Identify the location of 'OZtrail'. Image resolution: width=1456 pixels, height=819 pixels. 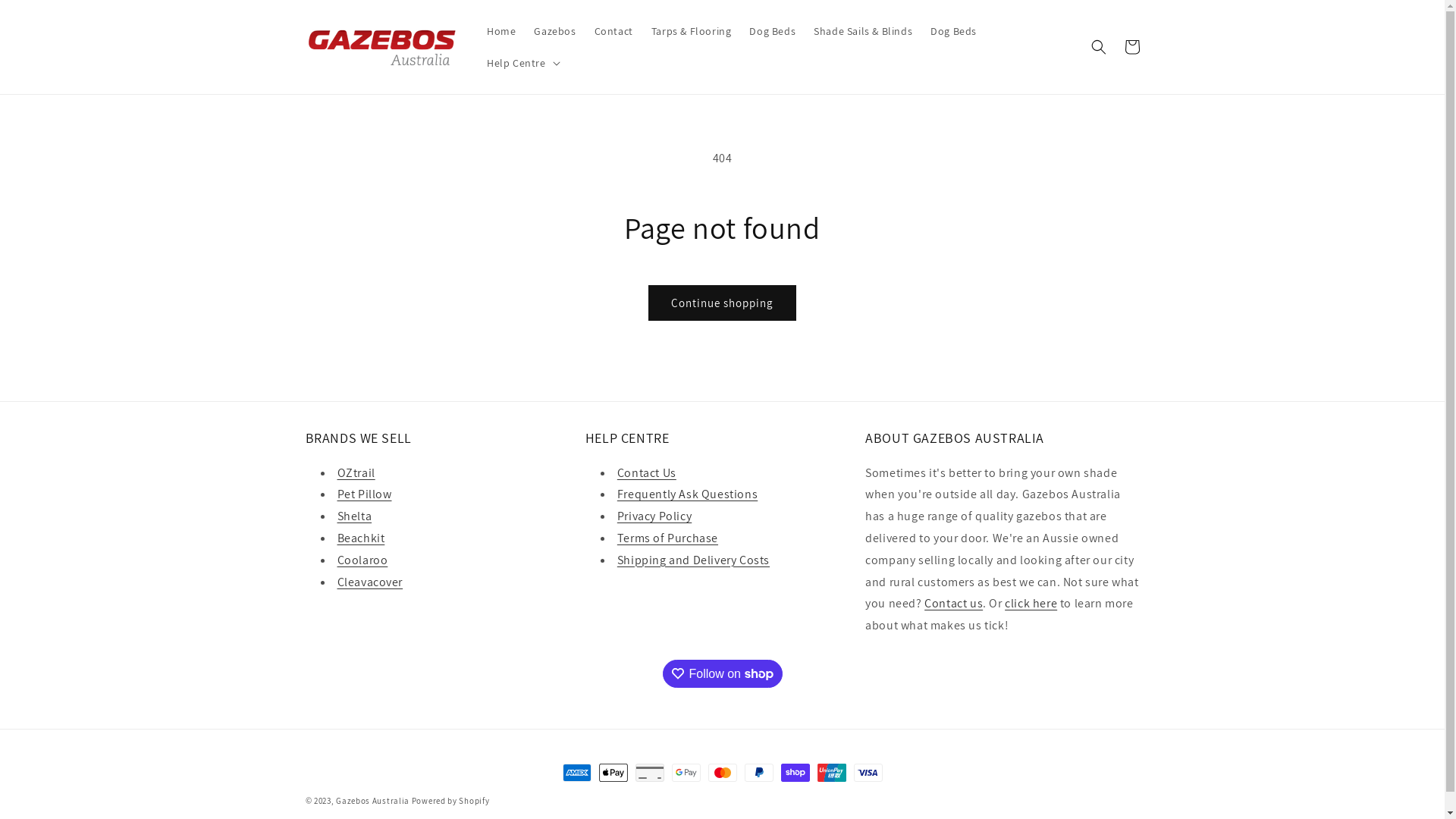
(355, 472).